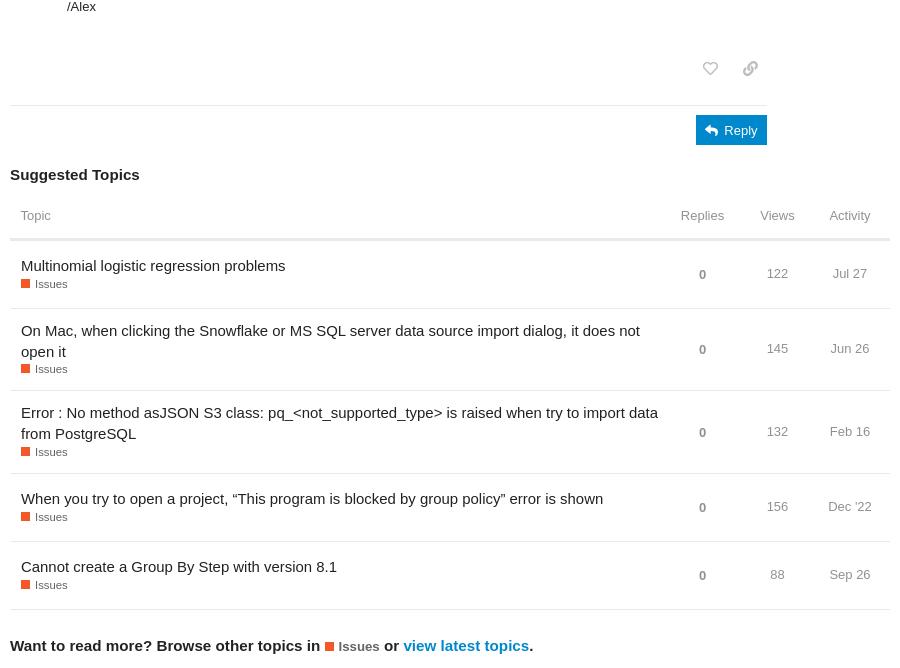  I want to click on '122', so click(775, 272).